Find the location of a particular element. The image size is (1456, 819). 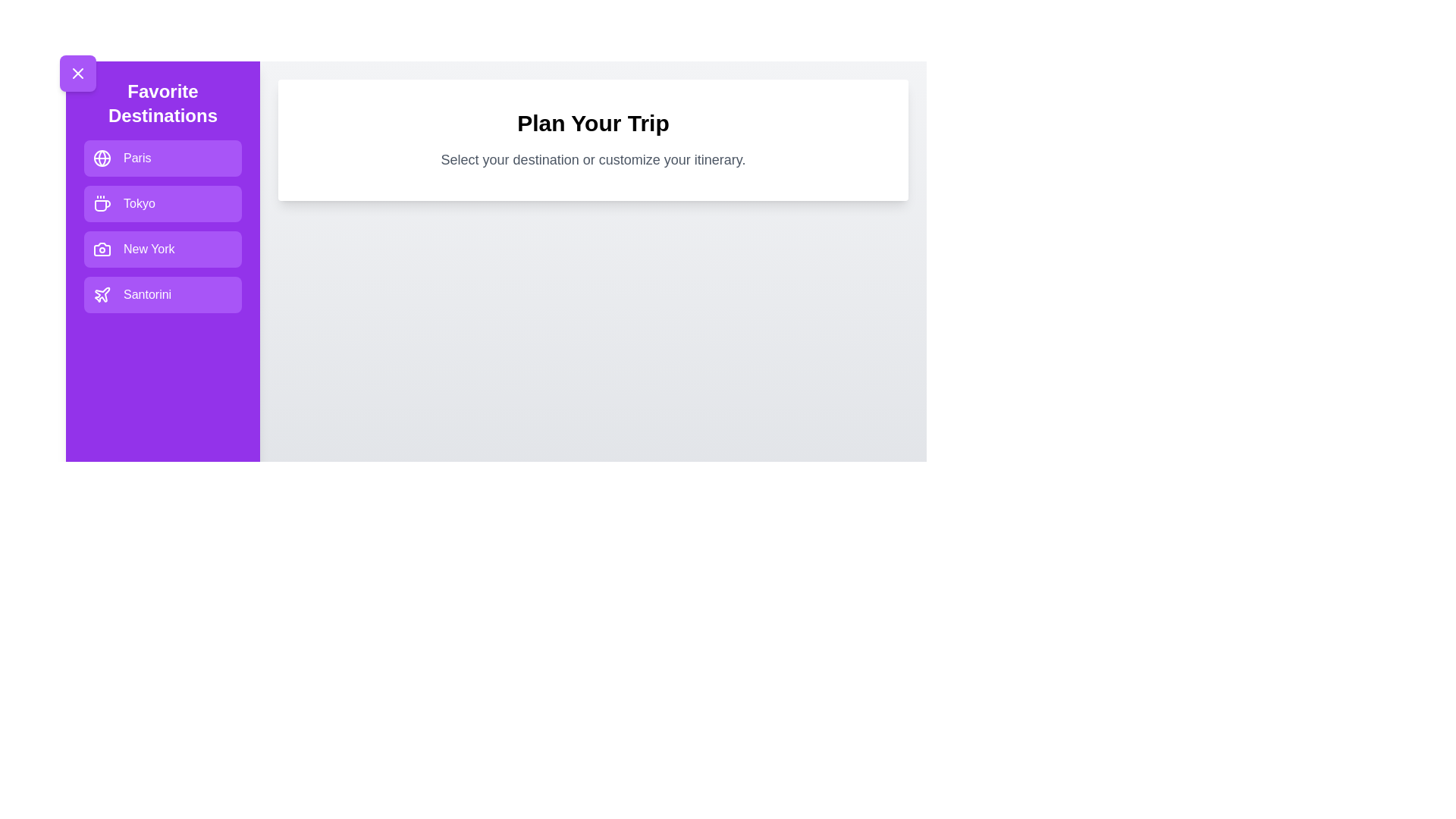

the destination Paris in the sidebar is located at coordinates (163, 158).